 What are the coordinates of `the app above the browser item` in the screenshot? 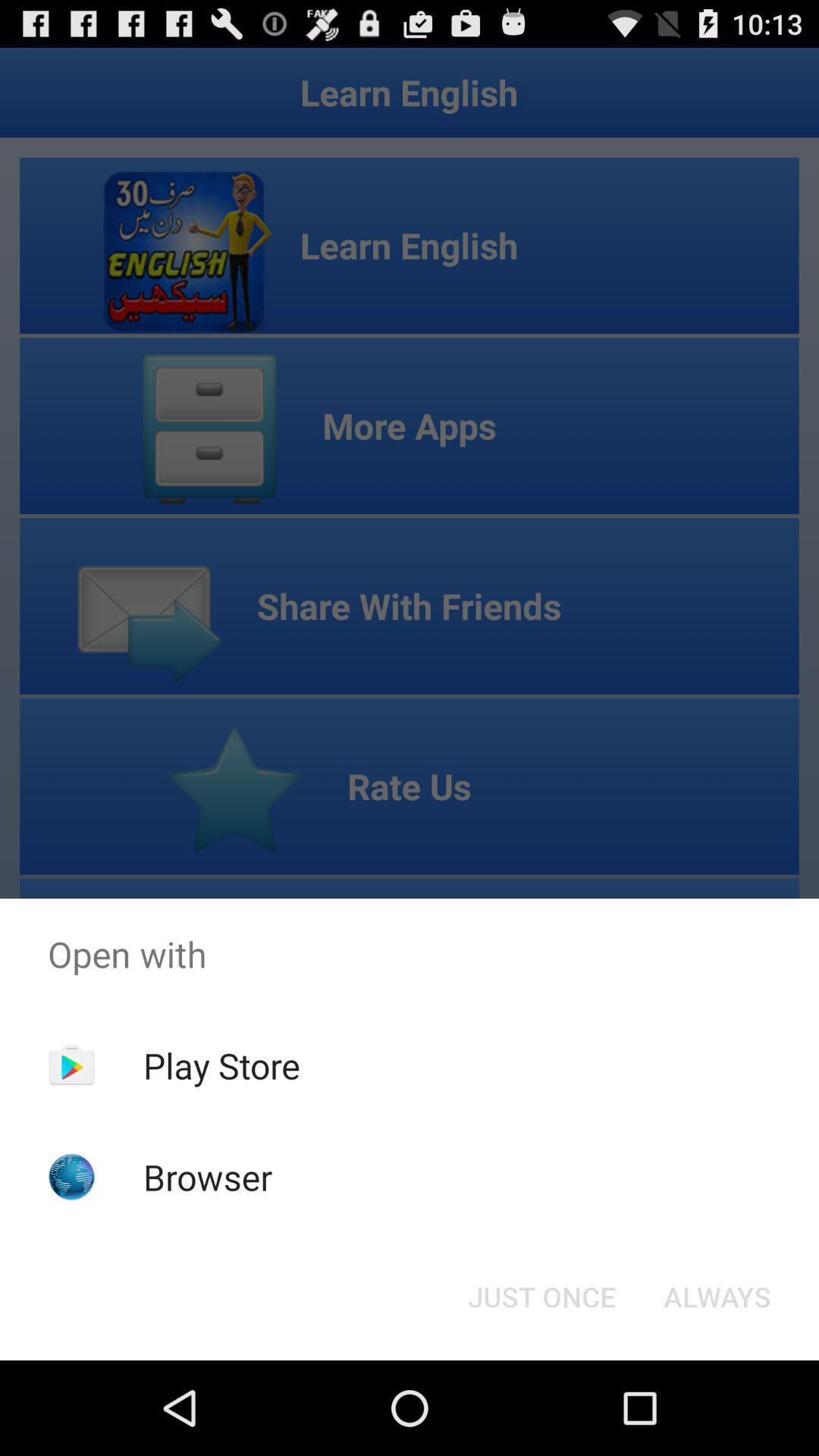 It's located at (221, 1065).